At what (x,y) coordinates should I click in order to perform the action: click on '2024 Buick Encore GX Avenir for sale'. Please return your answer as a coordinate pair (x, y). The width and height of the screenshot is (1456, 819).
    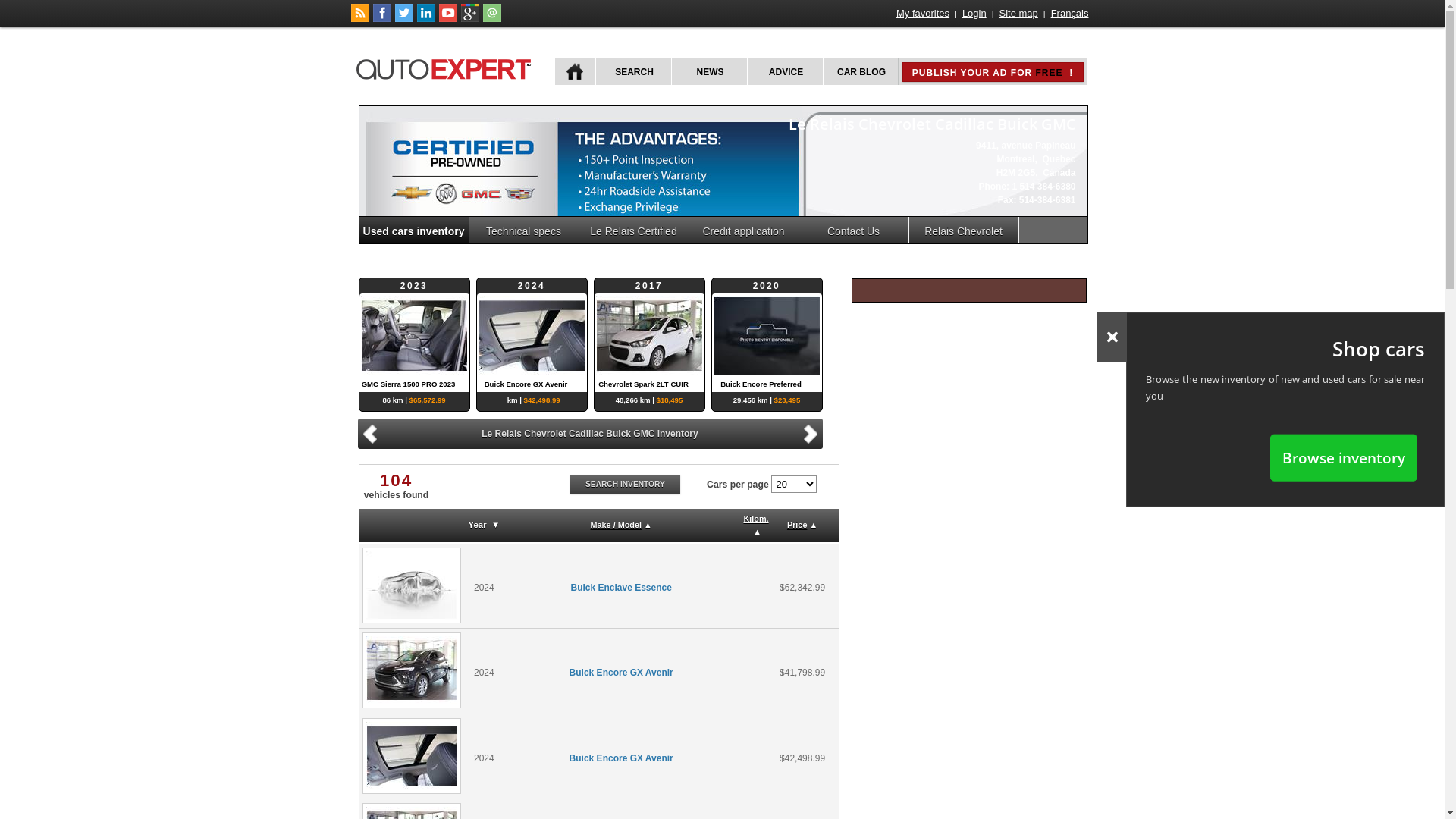
    Looking at the image, I should click on (362, 669).